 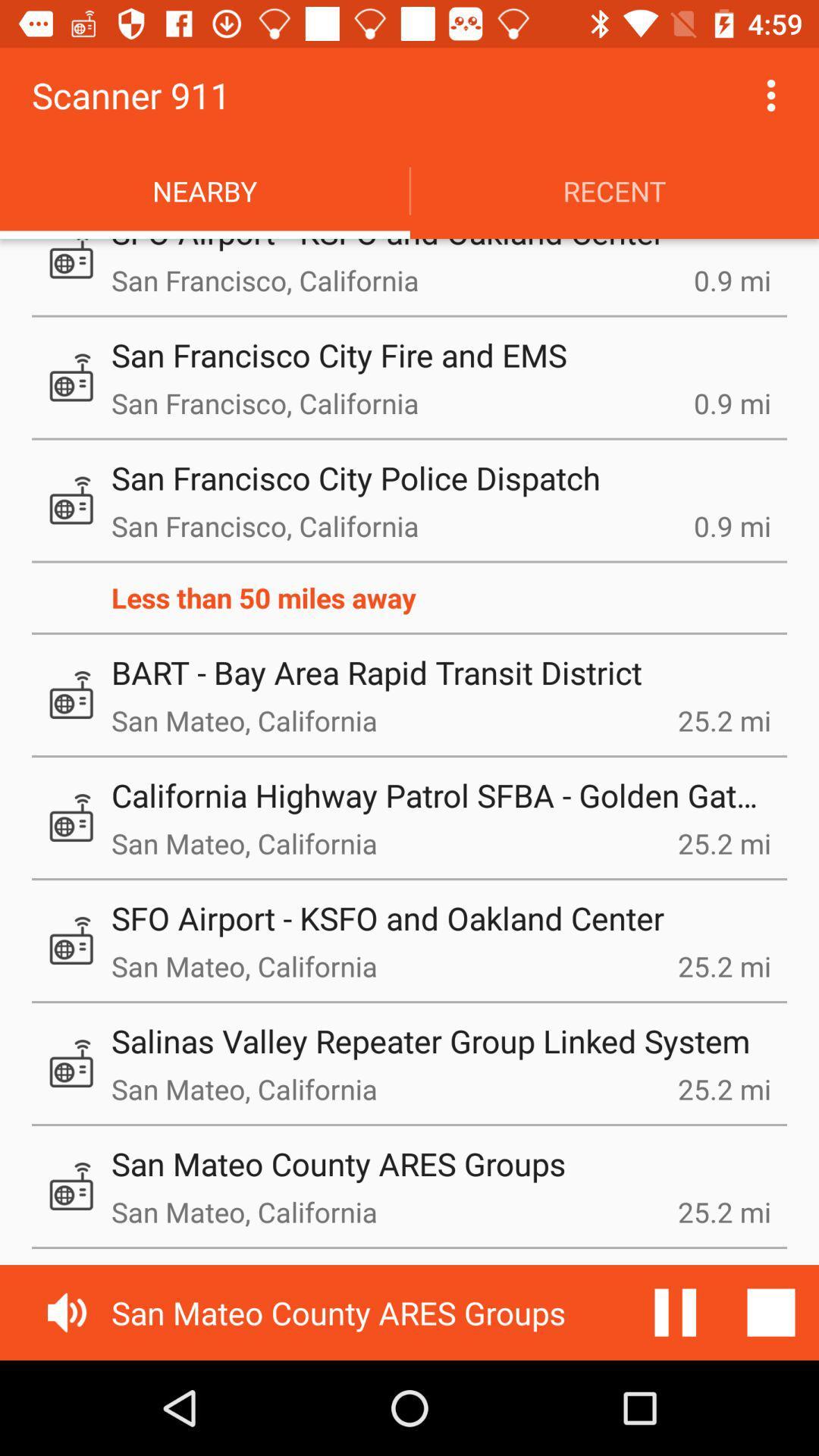 What do you see at coordinates (771, 94) in the screenshot?
I see `the more icon` at bounding box center [771, 94].